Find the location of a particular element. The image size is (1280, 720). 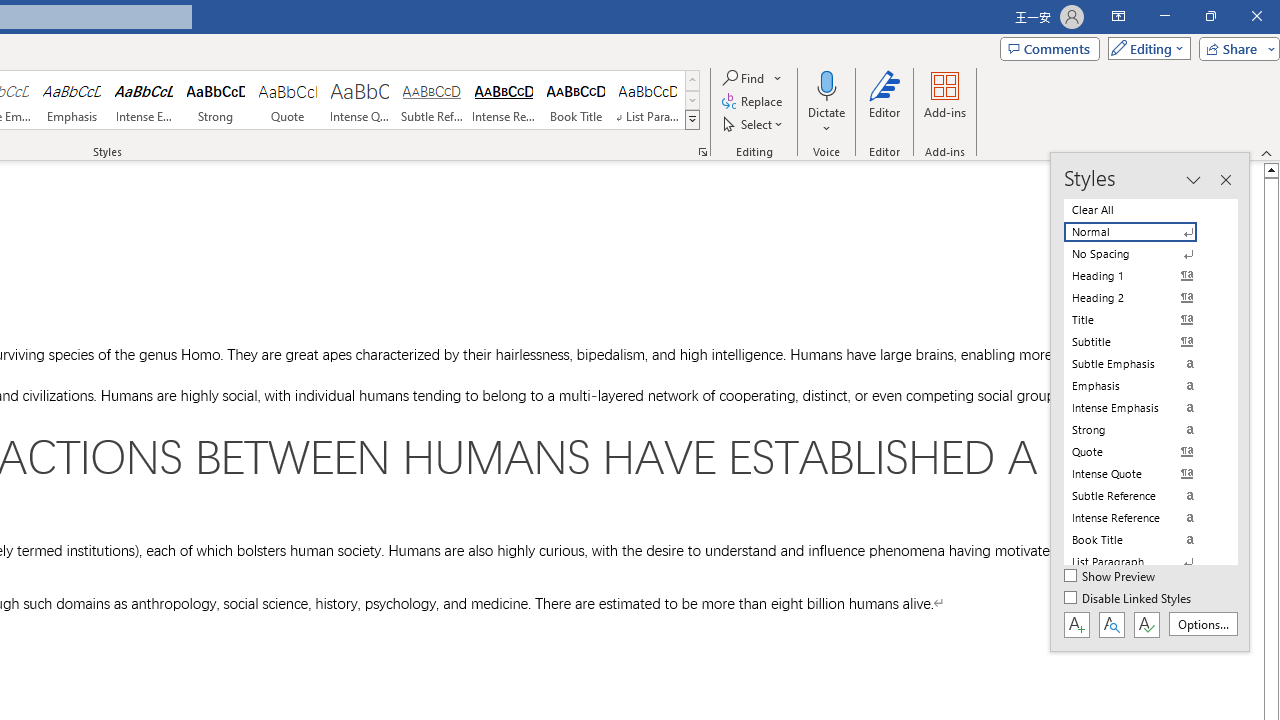

'Editing' is located at coordinates (1144, 47).